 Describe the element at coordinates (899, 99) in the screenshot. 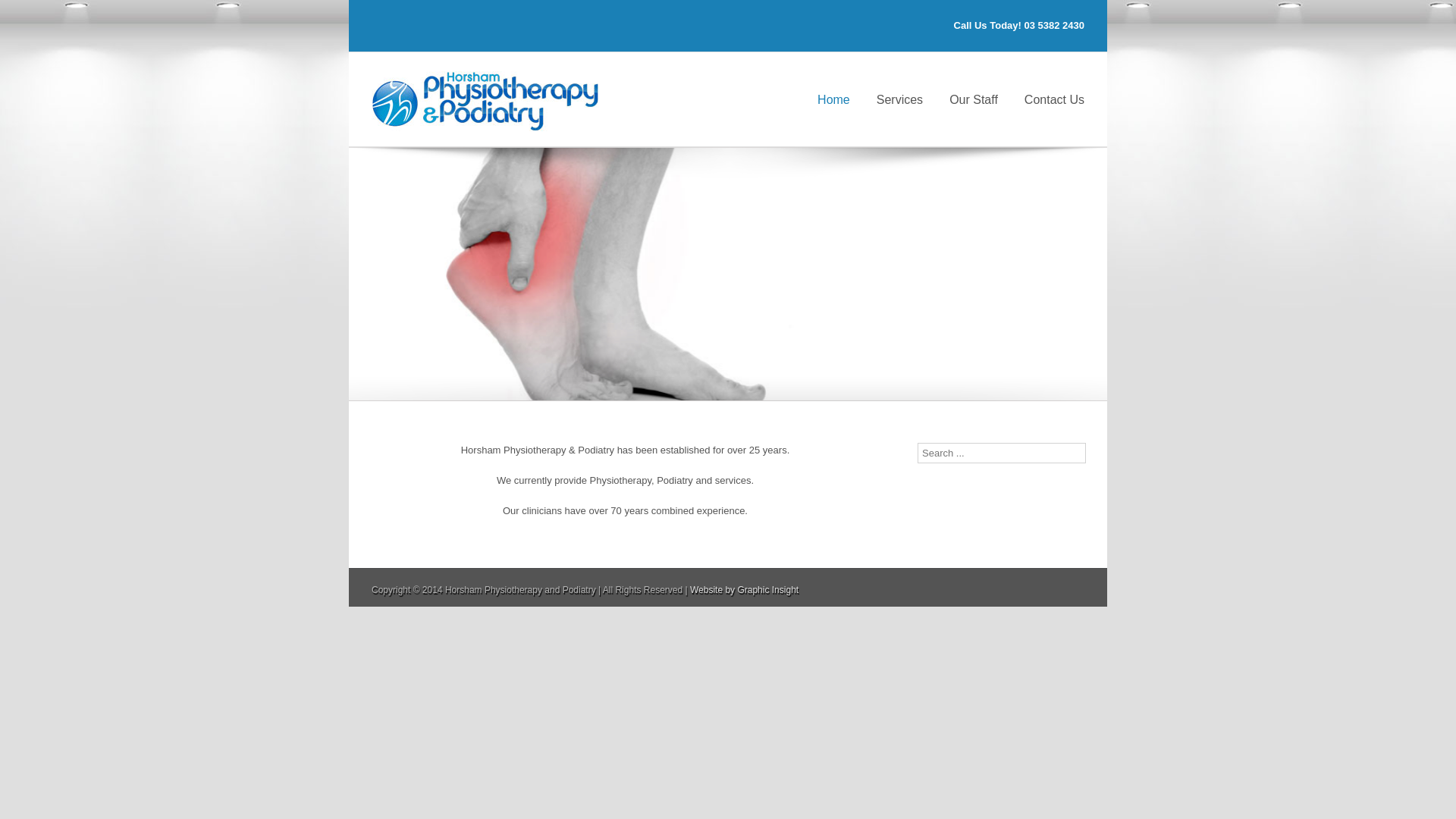

I see `'Services'` at that location.